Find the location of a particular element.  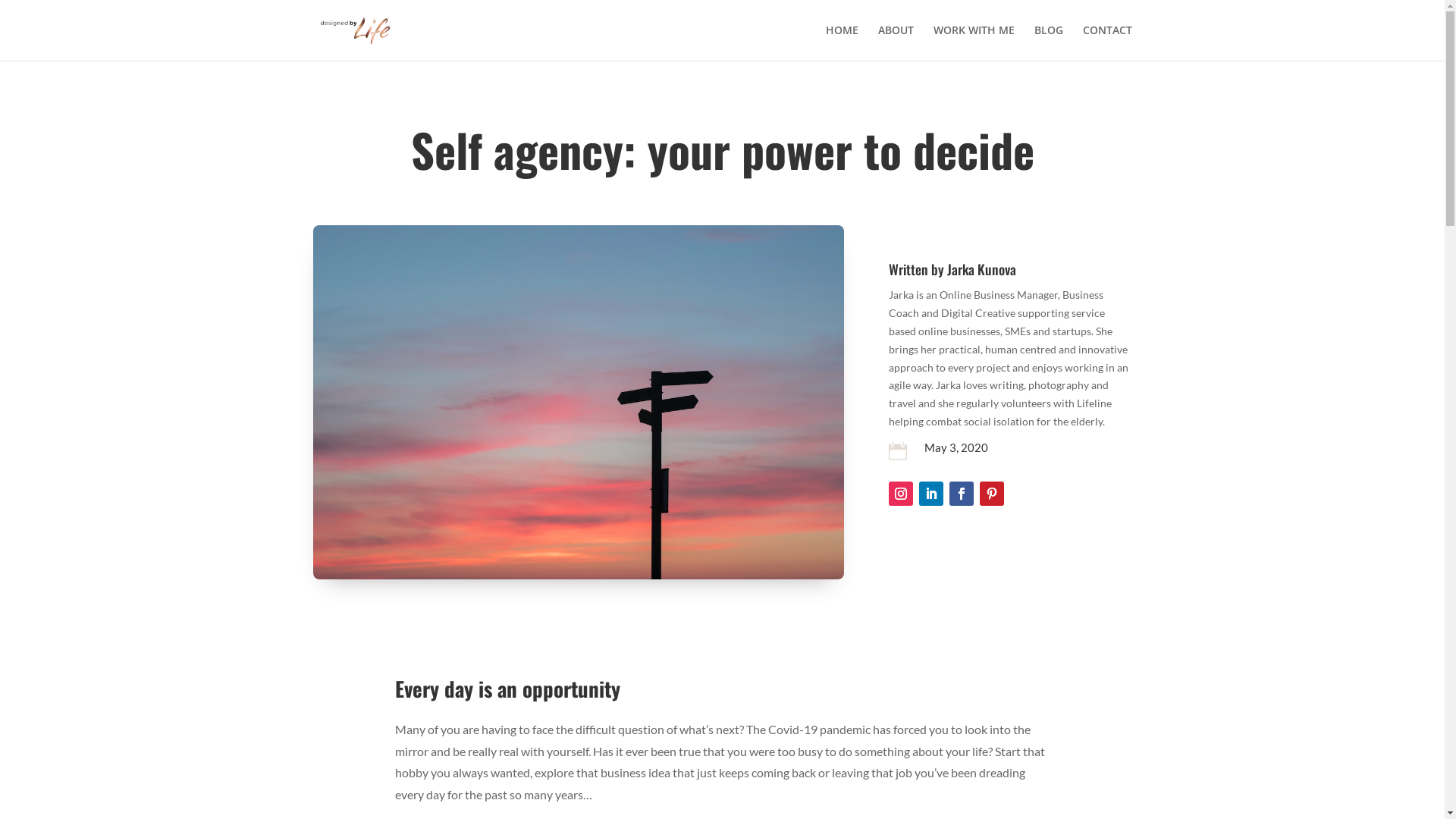

'WORK WITH ME' is located at coordinates (973, 42).